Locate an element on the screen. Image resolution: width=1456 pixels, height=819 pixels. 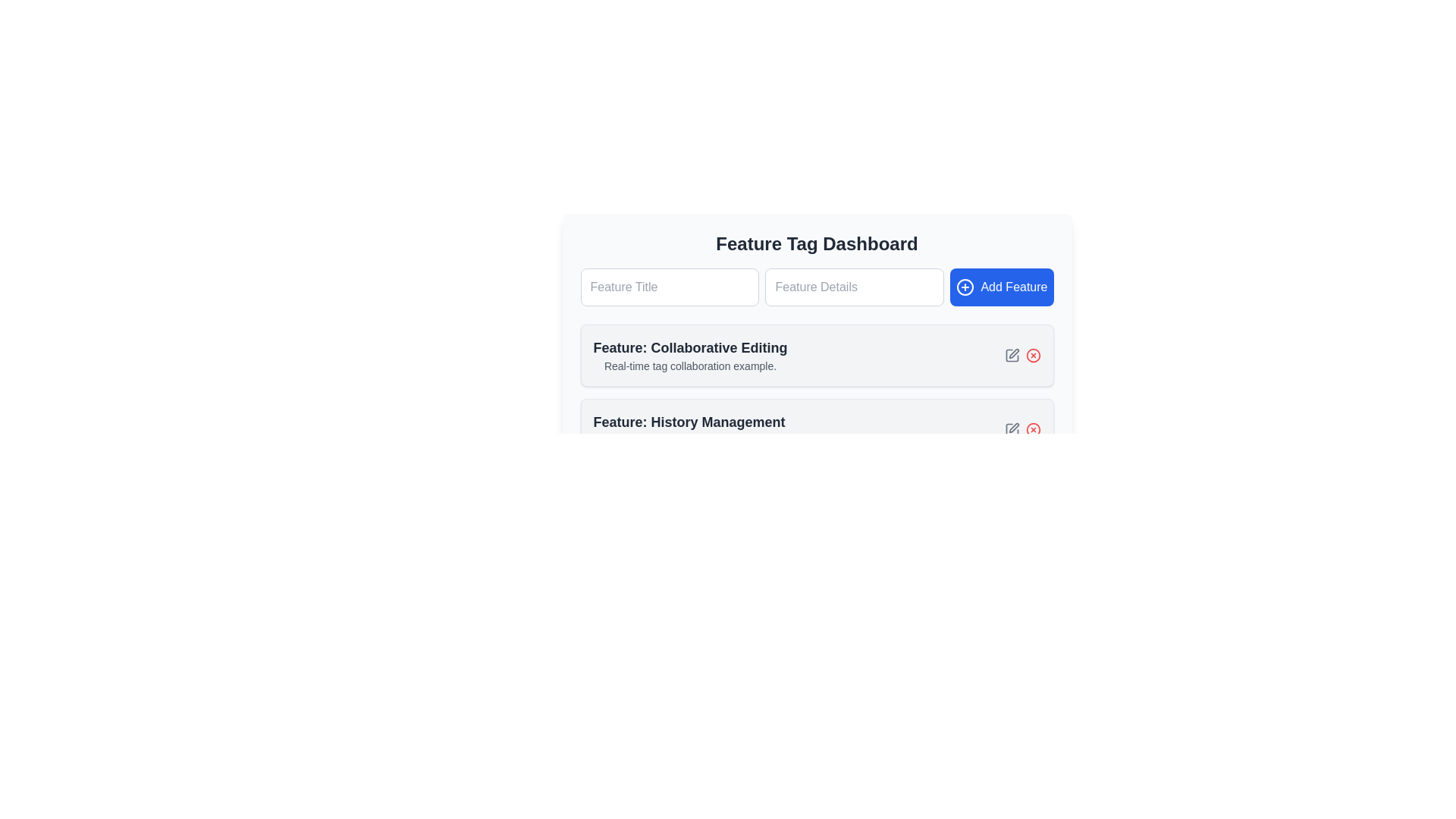
the circular close button with a red border and 'X' inside, located in the bottom-right corner of the second row is located at coordinates (1032, 430).